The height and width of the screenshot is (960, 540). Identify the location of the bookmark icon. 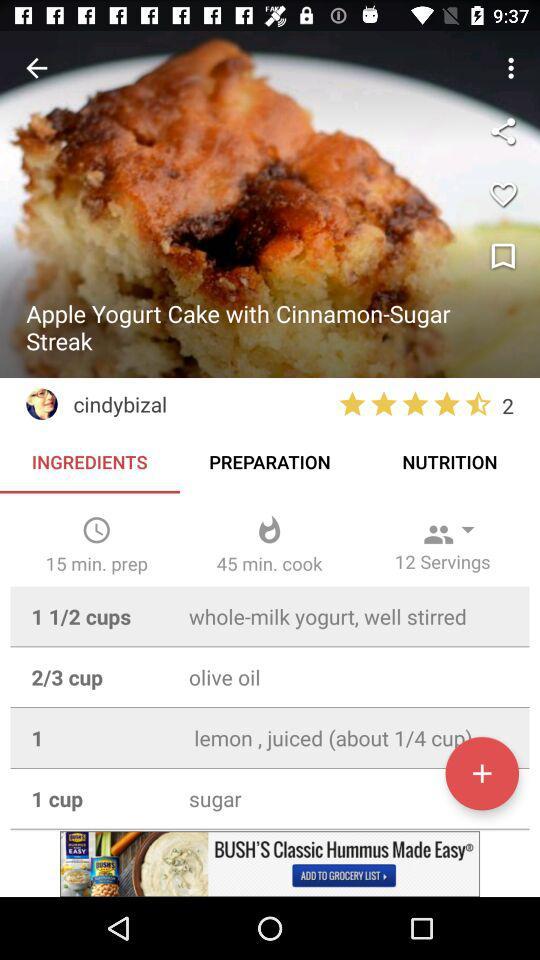
(502, 256).